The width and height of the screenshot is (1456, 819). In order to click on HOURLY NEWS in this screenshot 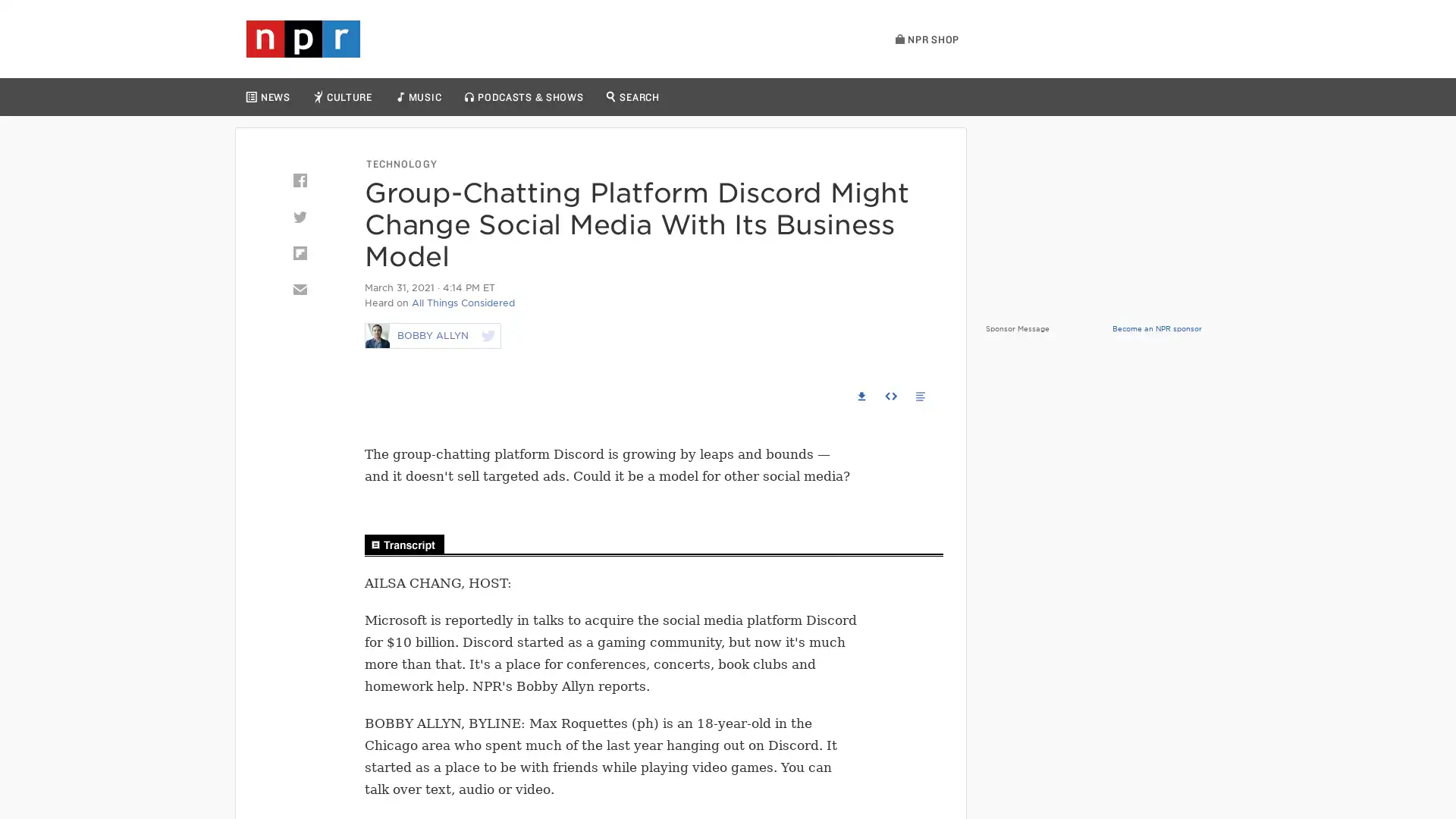, I will do `click(1025, 97)`.